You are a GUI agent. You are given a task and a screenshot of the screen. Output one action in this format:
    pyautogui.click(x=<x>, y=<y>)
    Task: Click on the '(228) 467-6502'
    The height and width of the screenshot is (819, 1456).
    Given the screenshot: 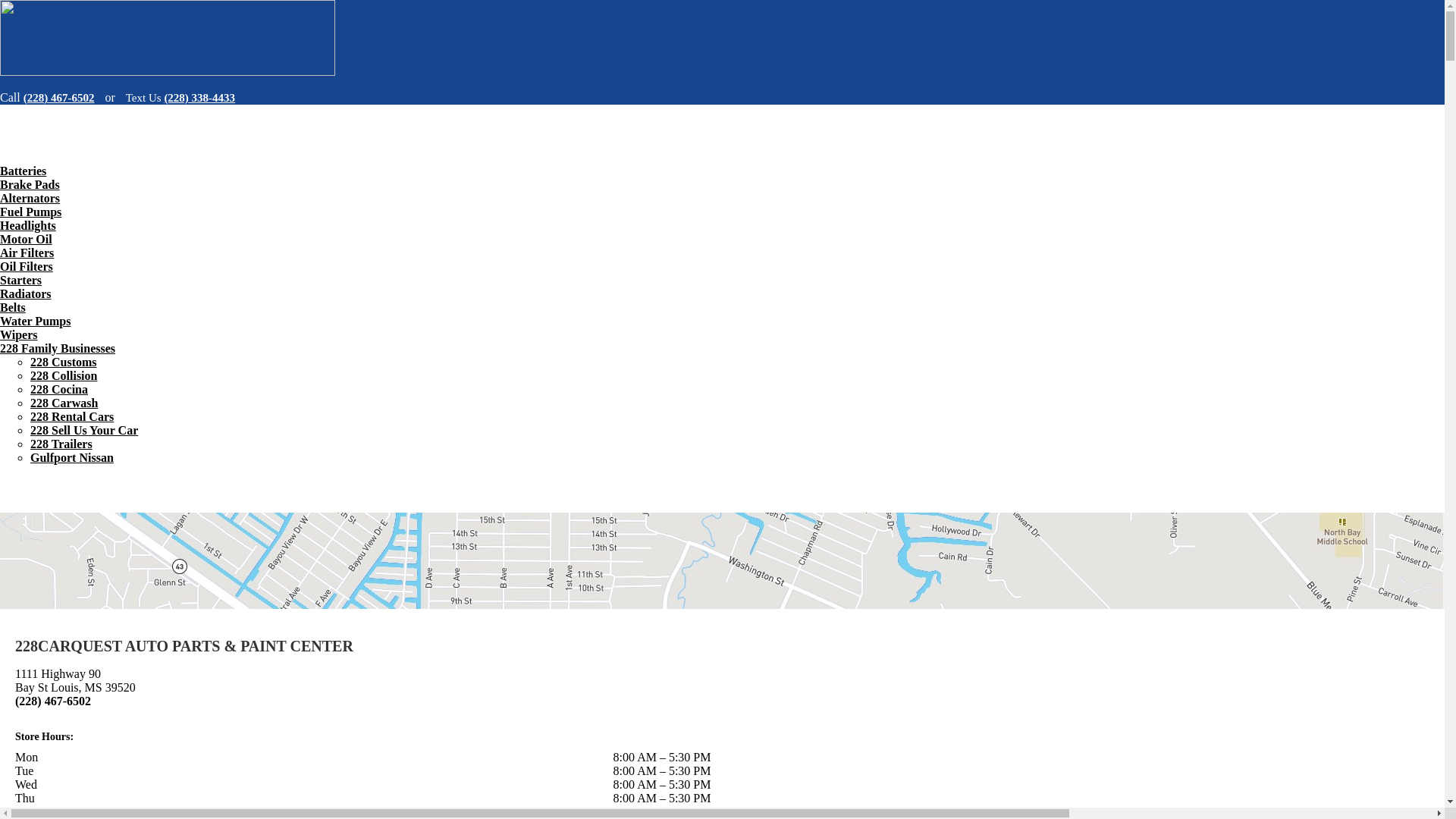 What is the action you would take?
    pyautogui.click(x=61, y=97)
    